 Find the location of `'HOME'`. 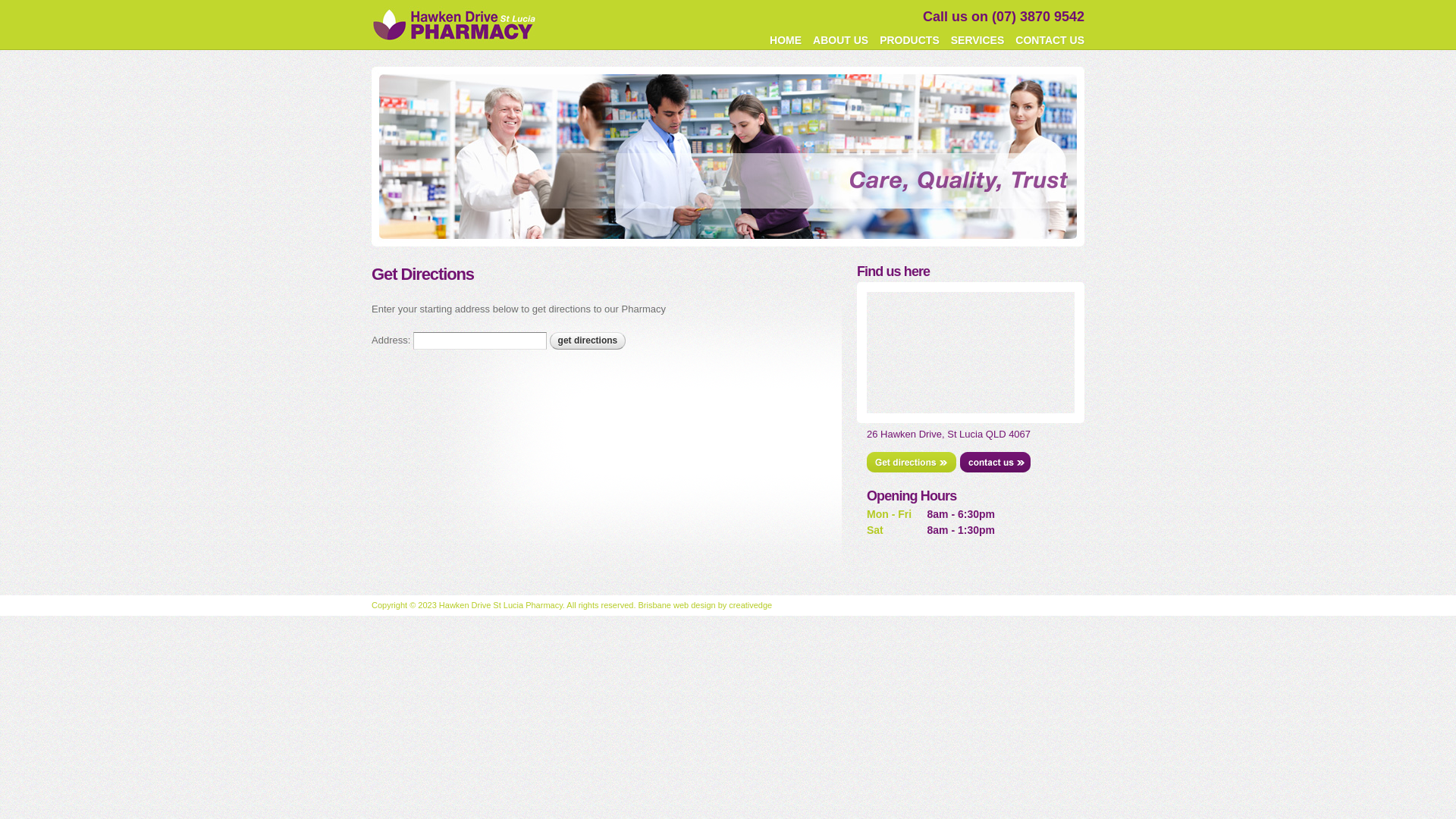

'HOME' is located at coordinates (786, 39).